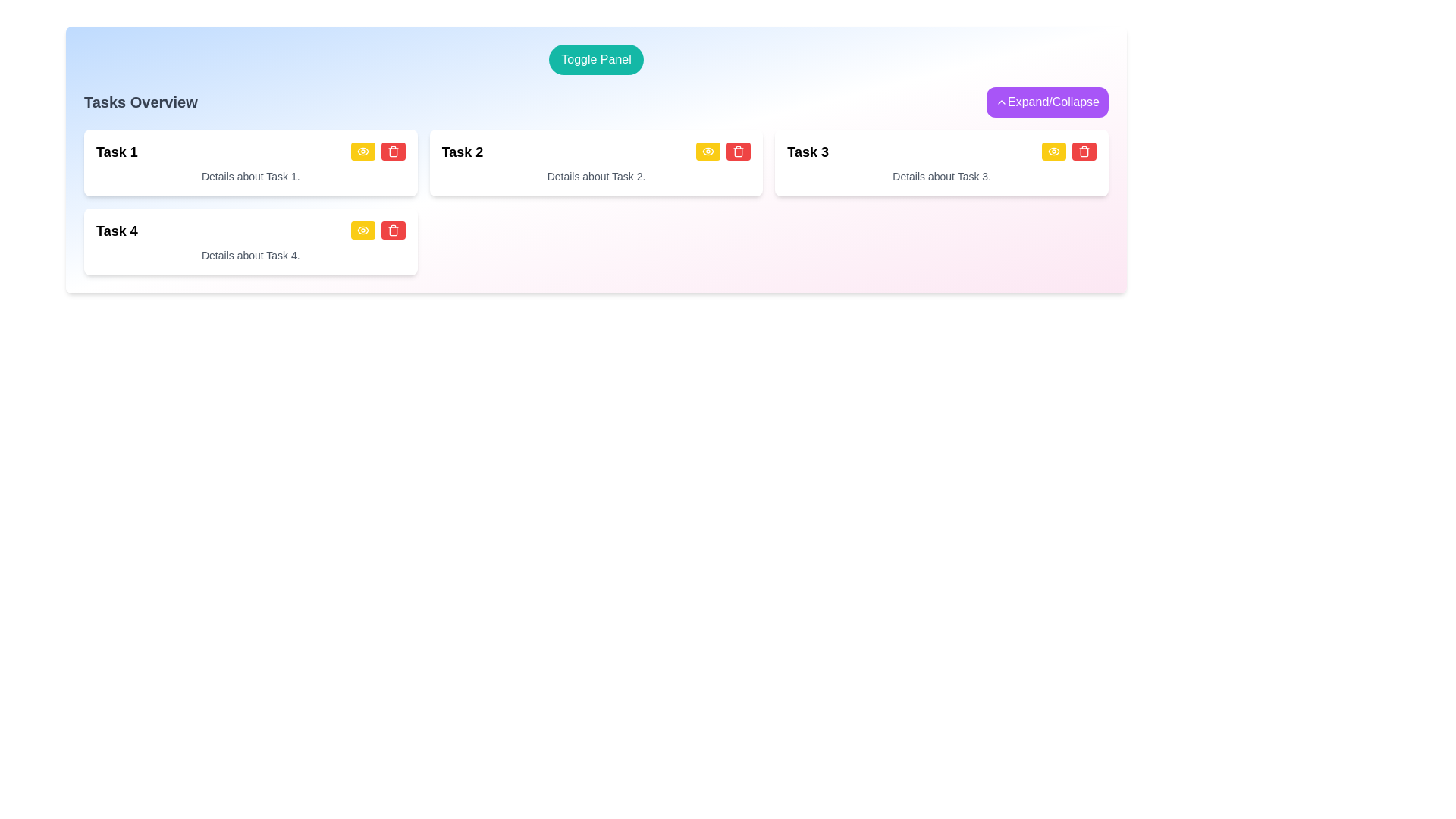 This screenshot has height=819, width=1456. I want to click on the SVG chevron (up arrow) icon inside the 'Expand/Collapse' button located at the top-right with a purple background and white text, so click(1001, 102).